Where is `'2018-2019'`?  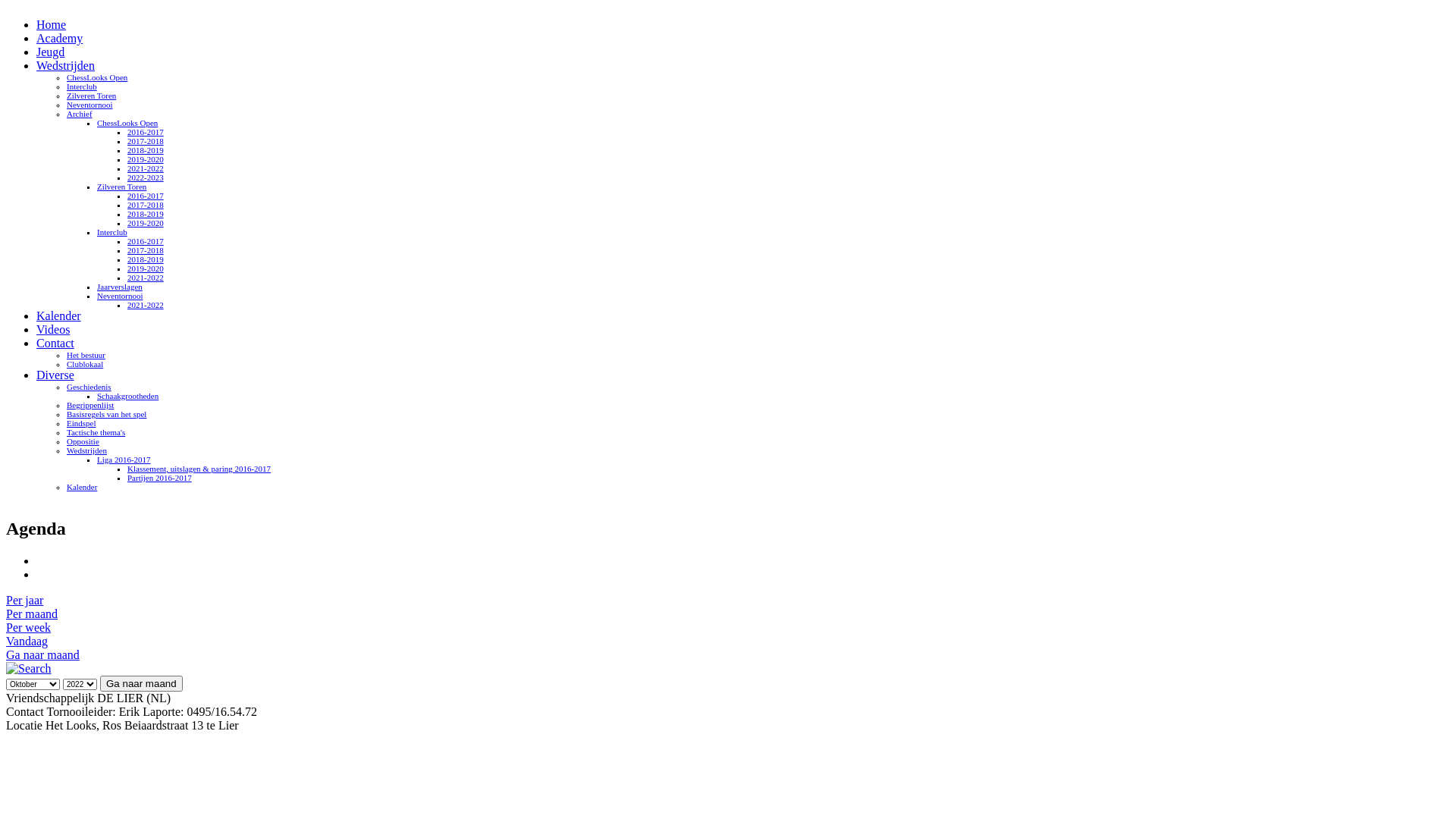
'2018-2019' is located at coordinates (127, 213).